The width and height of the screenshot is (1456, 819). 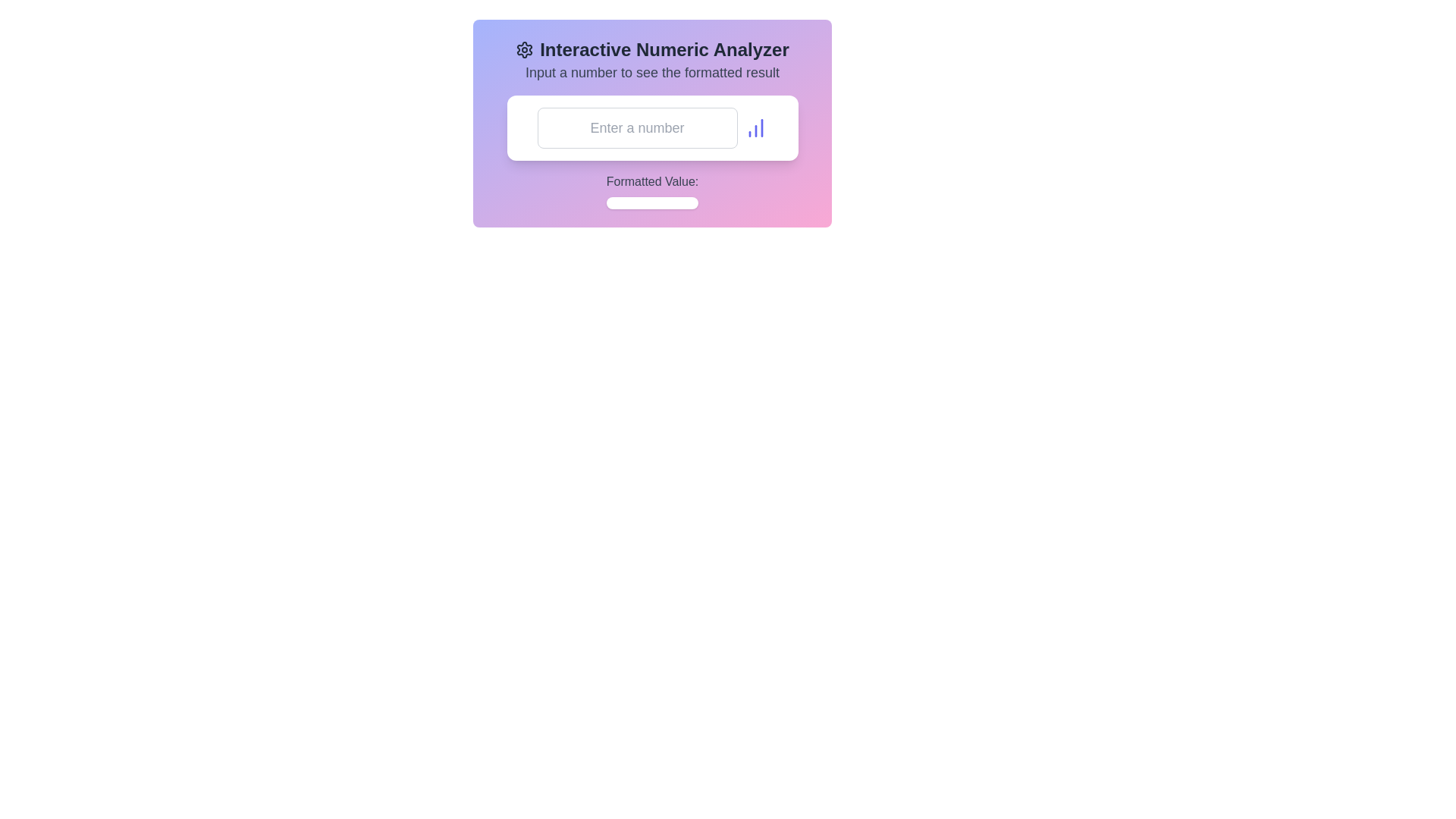 I want to click on the cogwheel icon representing settings located in the upper-left corner of the 'Interactive Numeric Analyzer' card, so click(x=525, y=49).